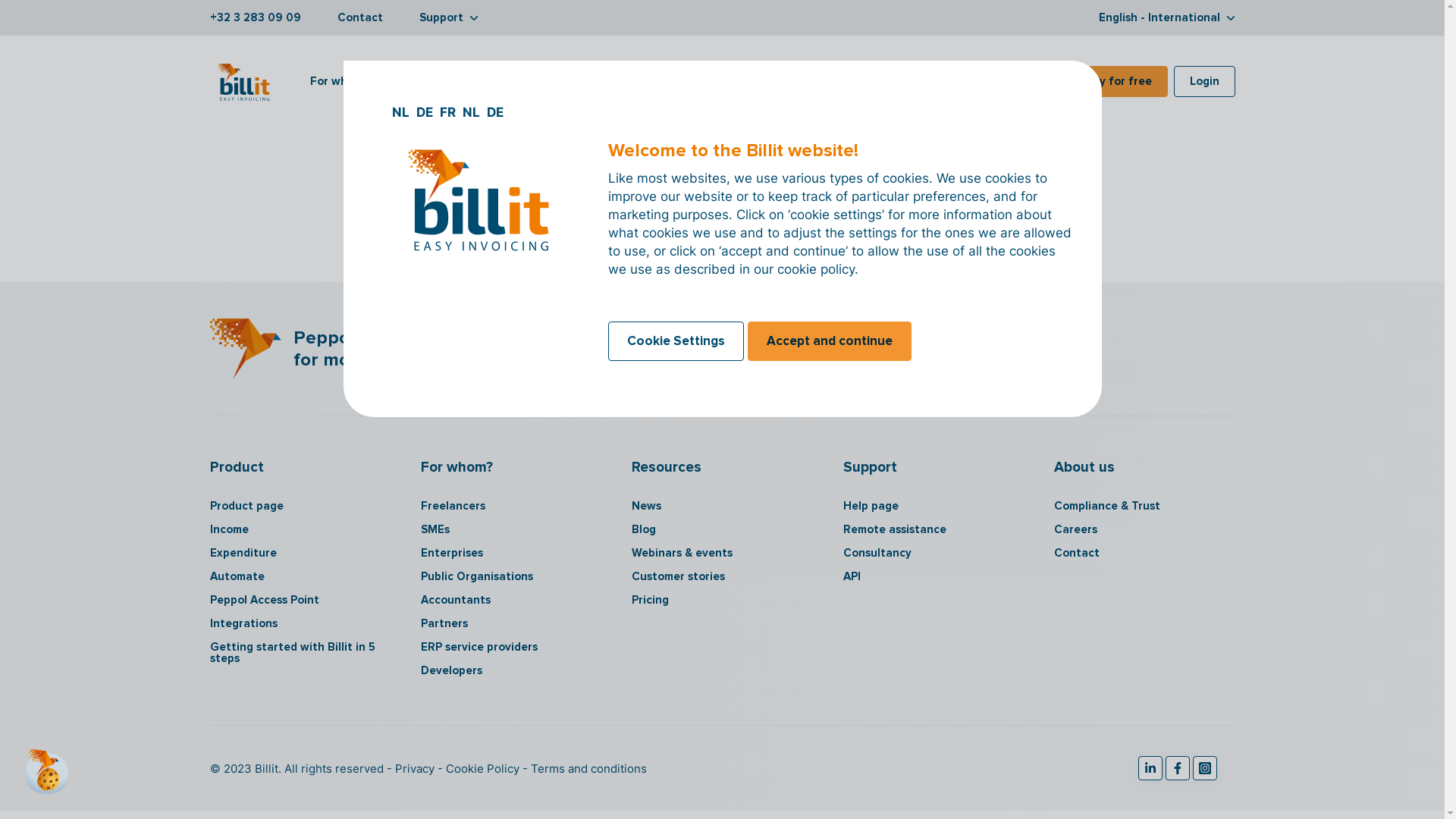  I want to click on 'Freelancers', so click(510, 506).